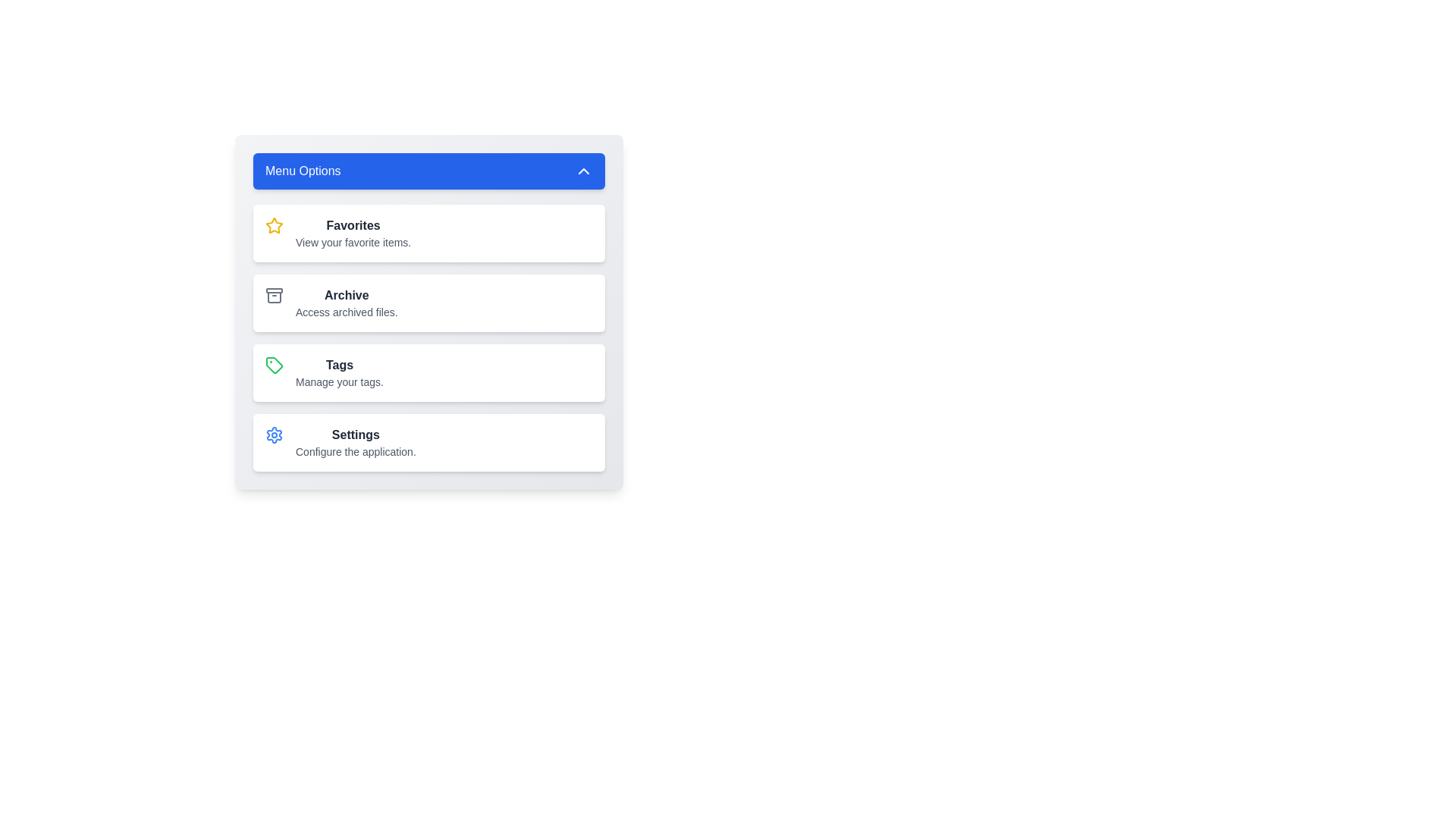 The image size is (1456, 819). I want to click on the Archive icon located to the left of the Archive text label in the menu's vertical list, so click(274, 295).